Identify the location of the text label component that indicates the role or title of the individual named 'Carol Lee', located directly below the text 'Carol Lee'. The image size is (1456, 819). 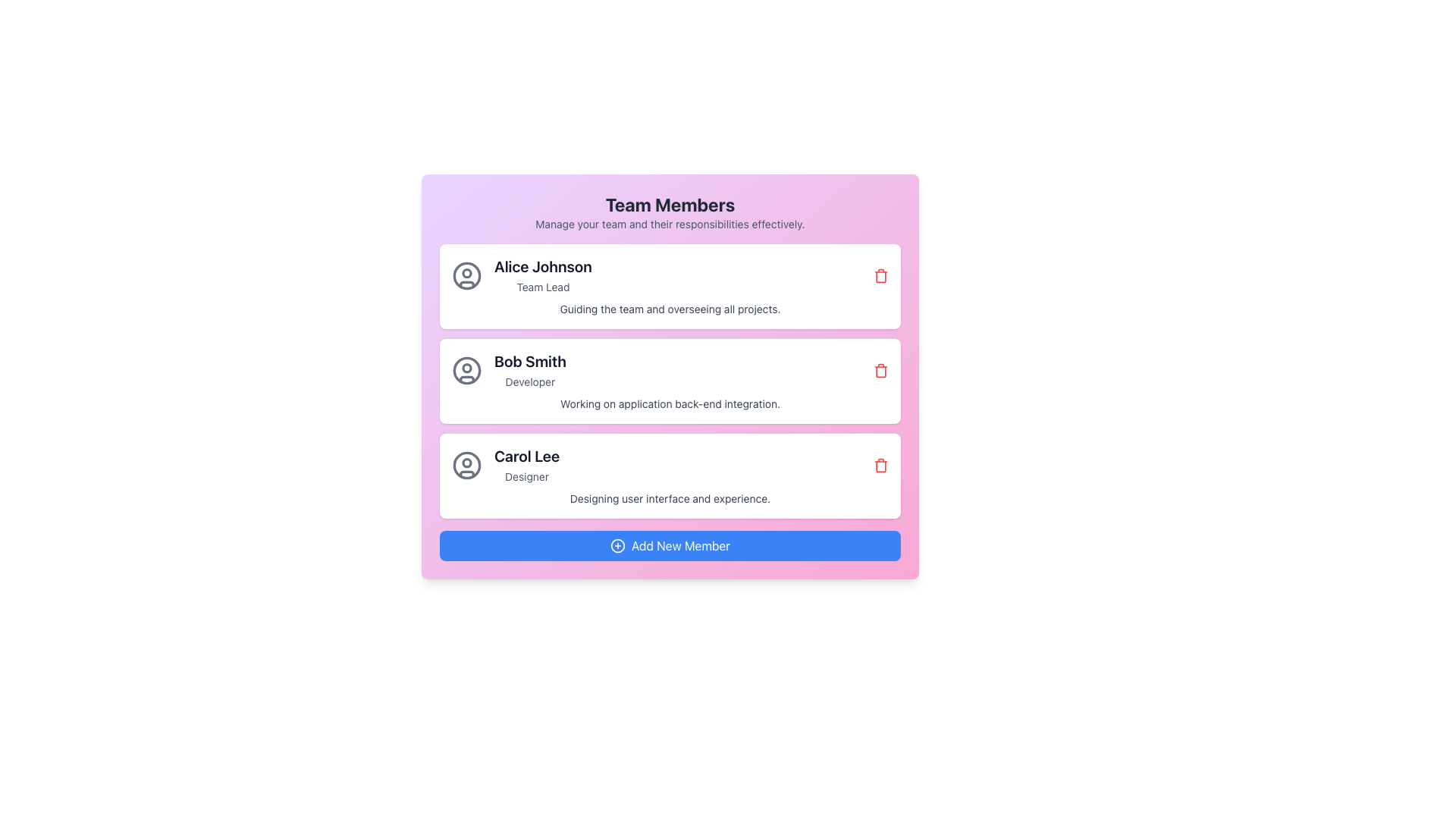
(527, 475).